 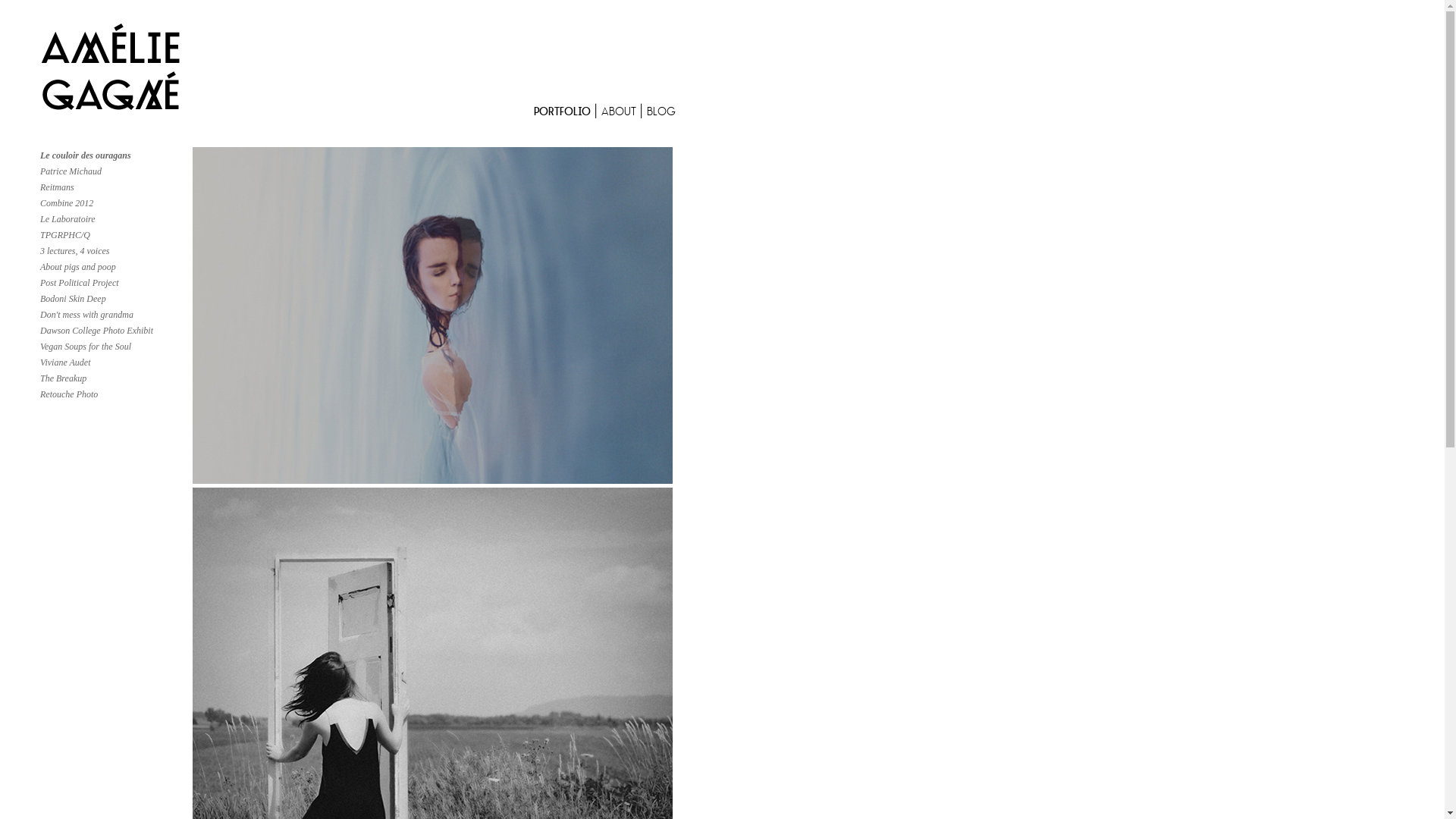 What do you see at coordinates (39, 394) in the screenshot?
I see `'Retouche Photo'` at bounding box center [39, 394].